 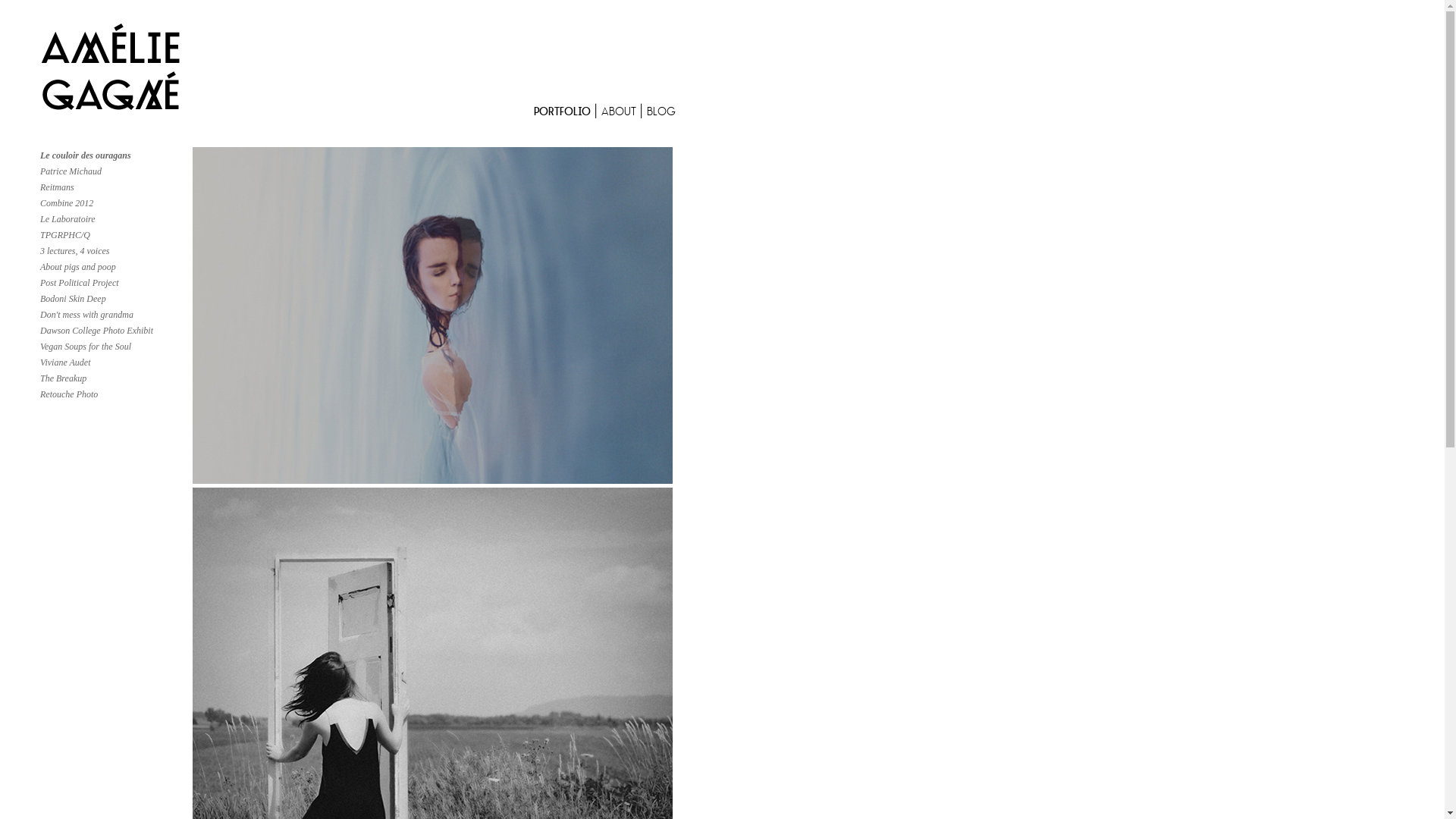 What do you see at coordinates (39, 394) in the screenshot?
I see `'Retouche Photo'` at bounding box center [39, 394].